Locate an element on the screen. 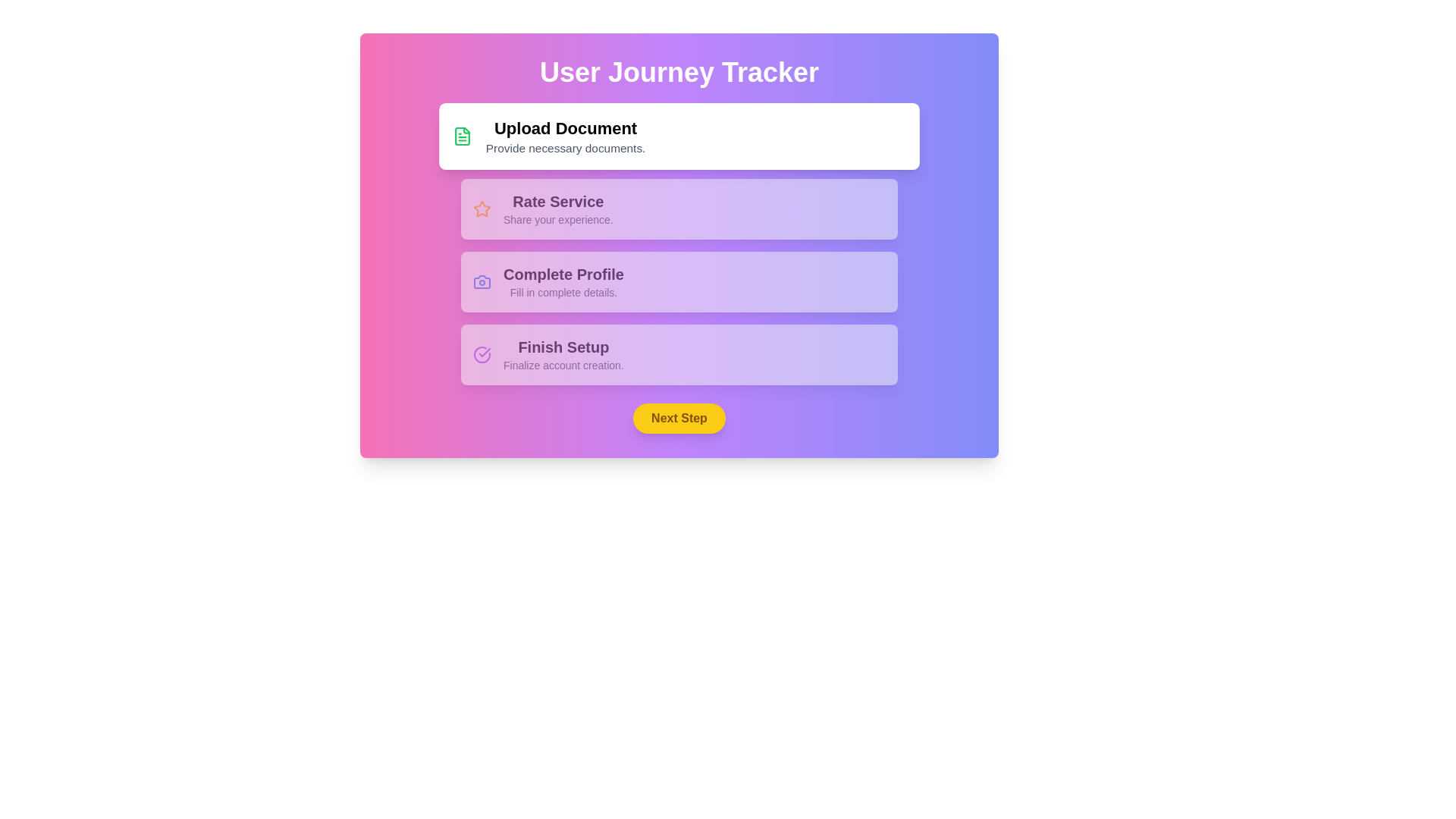 The width and height of the screenshot is (1456, 819). text in the header section of the second card, which invites users to rate the service and share their experience is located at coordinates (557, 209).